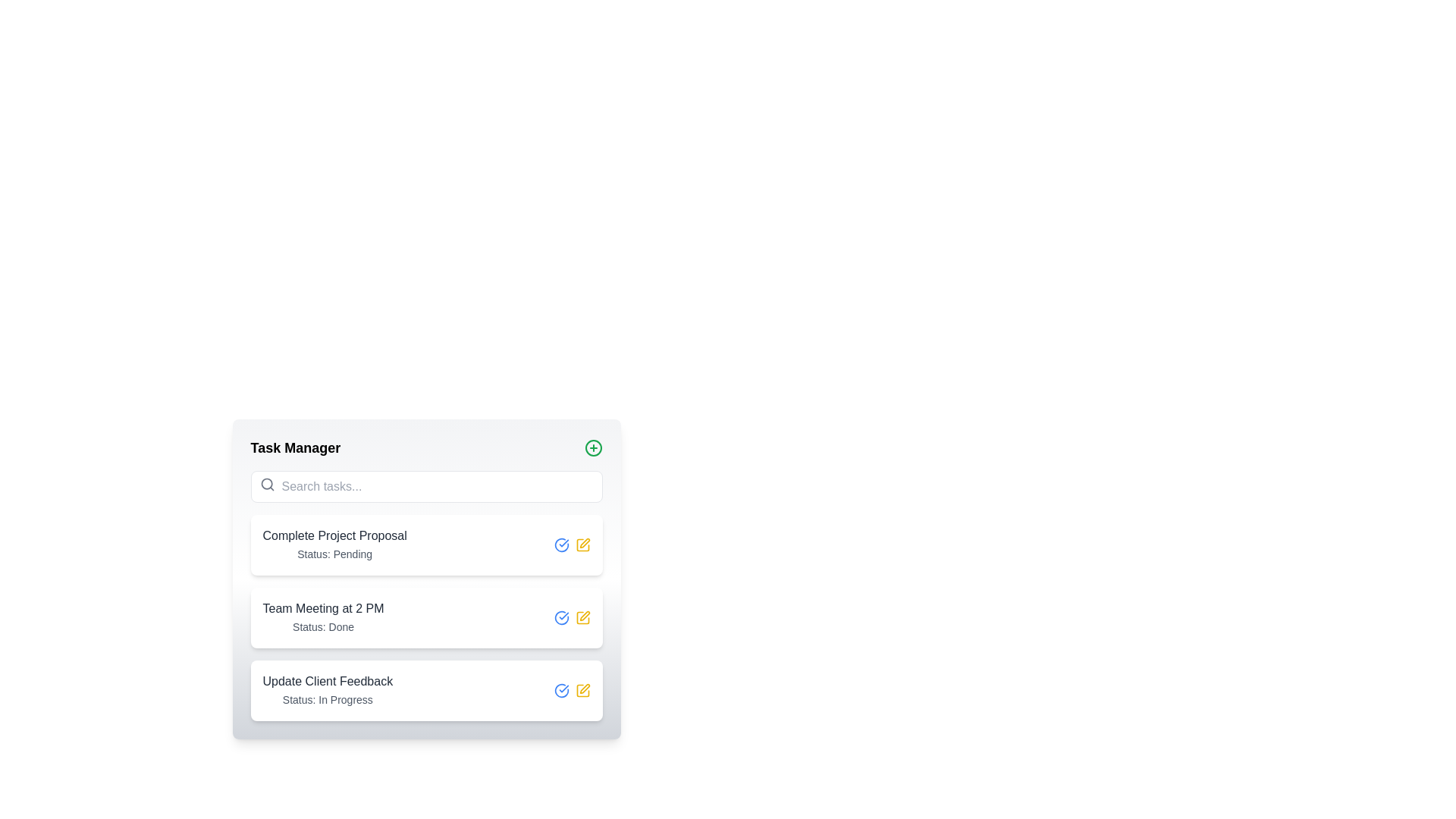 The image size is (1456, 819). I want to click on the completion status icon located to the left of the yellow pen icon in the horizontal group of icons for the 'Team Meeting at 2 PM' task, so click(560, 617).